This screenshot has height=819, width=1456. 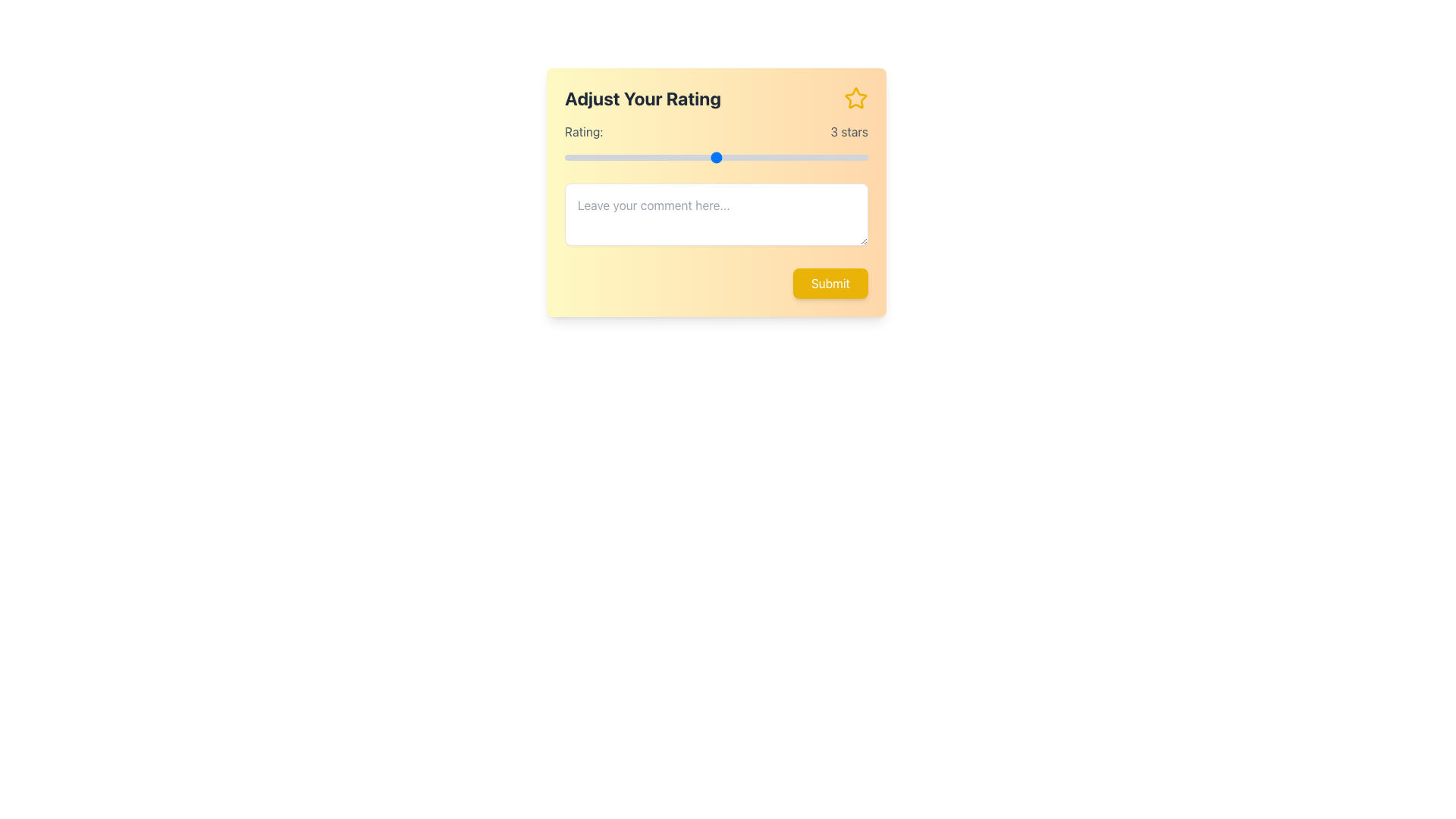 I want to click on the rating slider, so click(x=563, y=158).